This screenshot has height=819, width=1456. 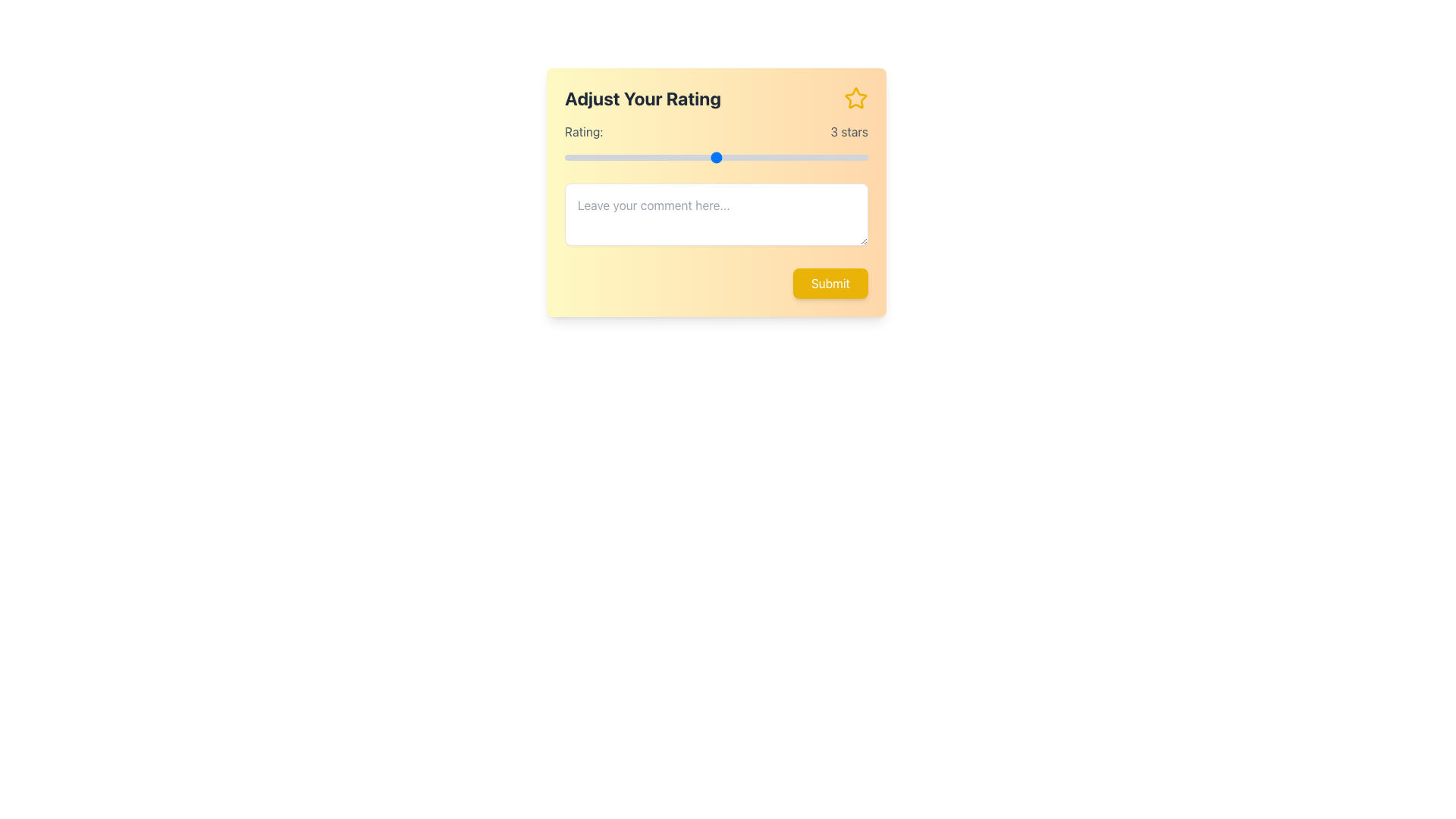 I want to click on the rating slider, so click(x=563, y=158).